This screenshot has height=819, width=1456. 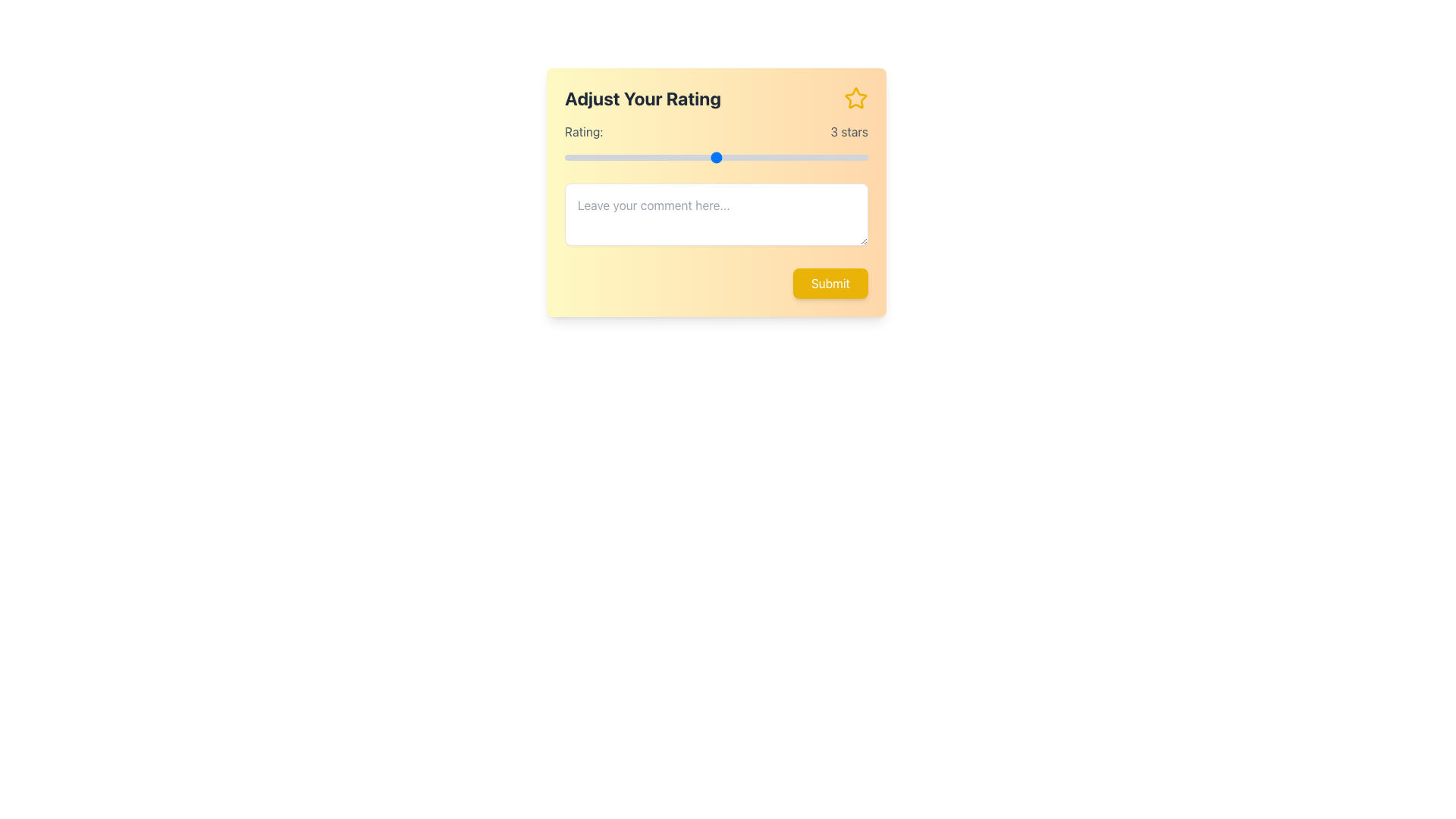 I want to click on the rating slider, so click(x=563, y=158).